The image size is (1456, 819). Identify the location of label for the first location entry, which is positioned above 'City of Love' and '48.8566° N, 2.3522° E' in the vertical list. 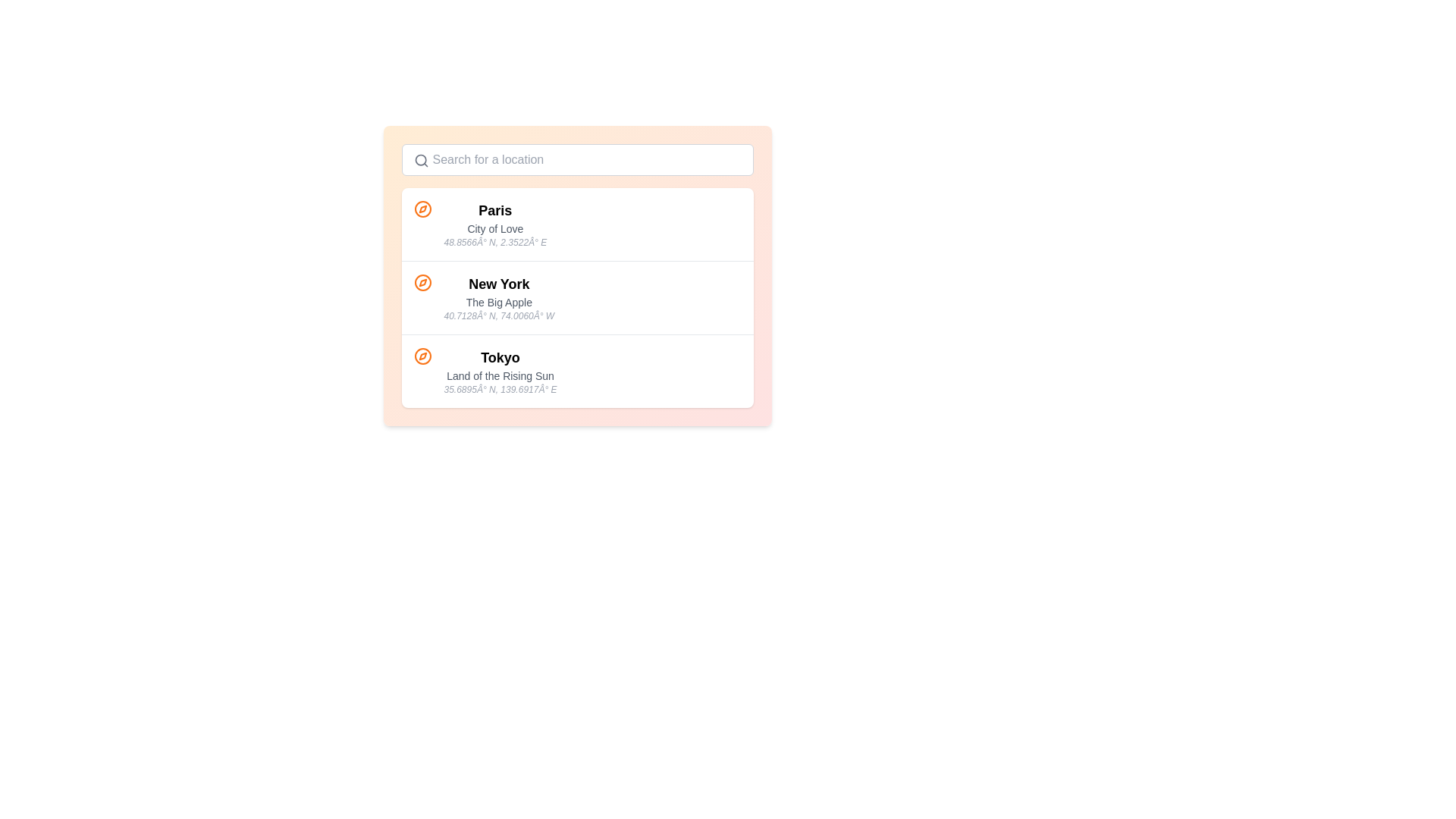
(495, 210).